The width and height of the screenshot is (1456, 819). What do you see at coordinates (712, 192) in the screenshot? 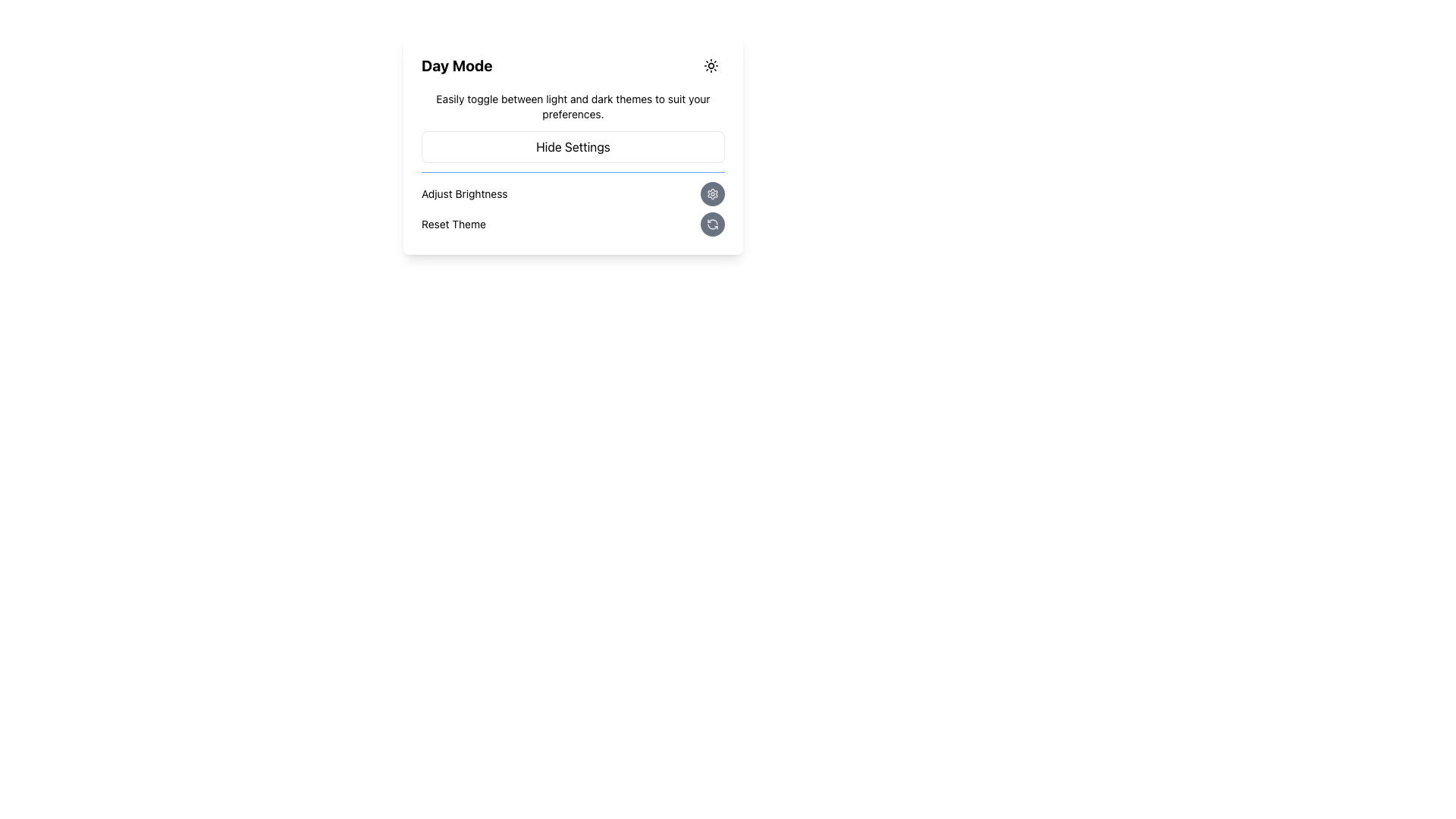
I see `the settings icon located in the top-right corner of the 'Day Mode' segment` at bounding box center [712, 192].